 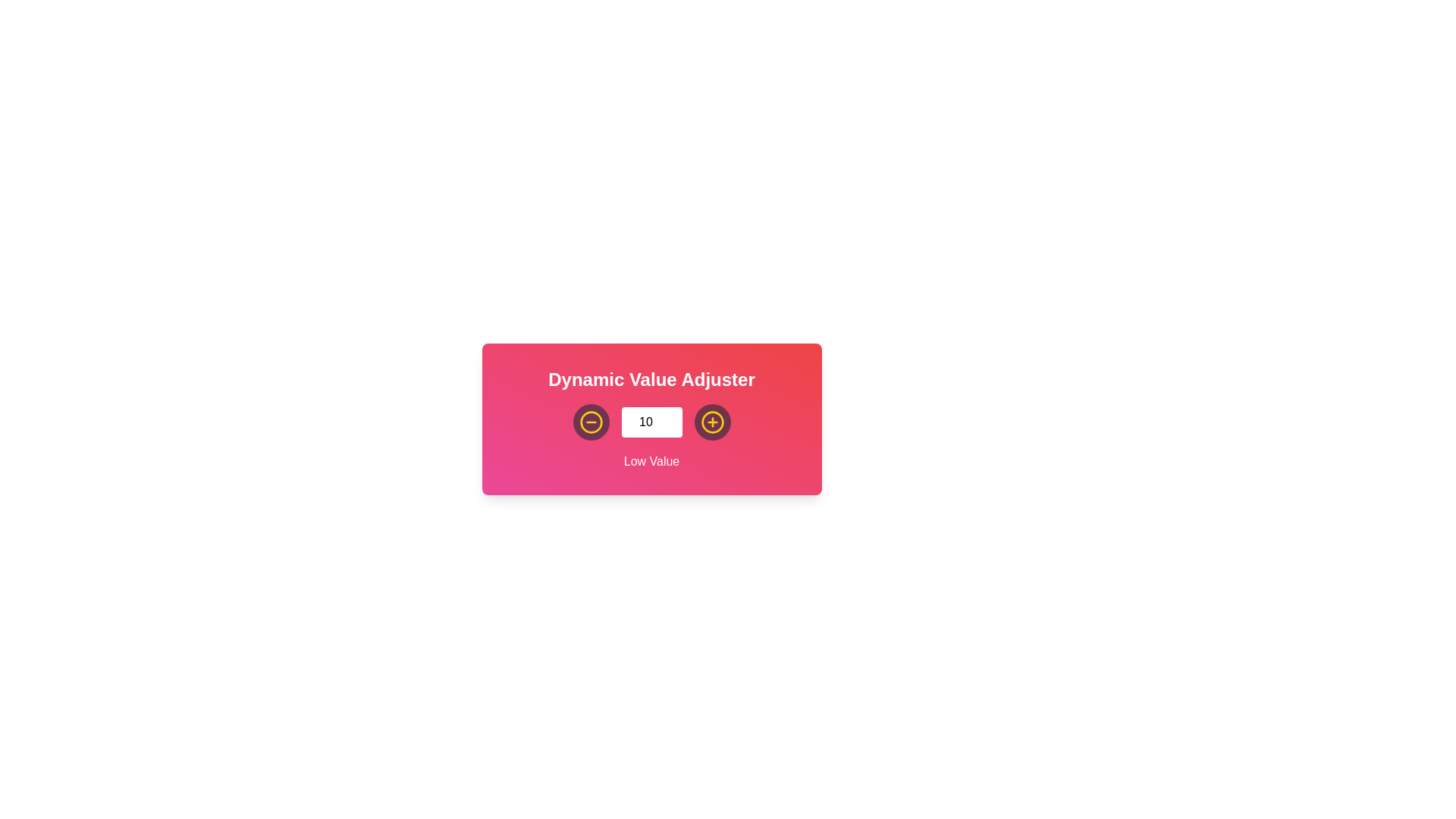 I want to click on text content of the static text label that provides a descriptor indicating the current state, positioned at the bottom center of the card below the number input box, so click(x=651, y=461).